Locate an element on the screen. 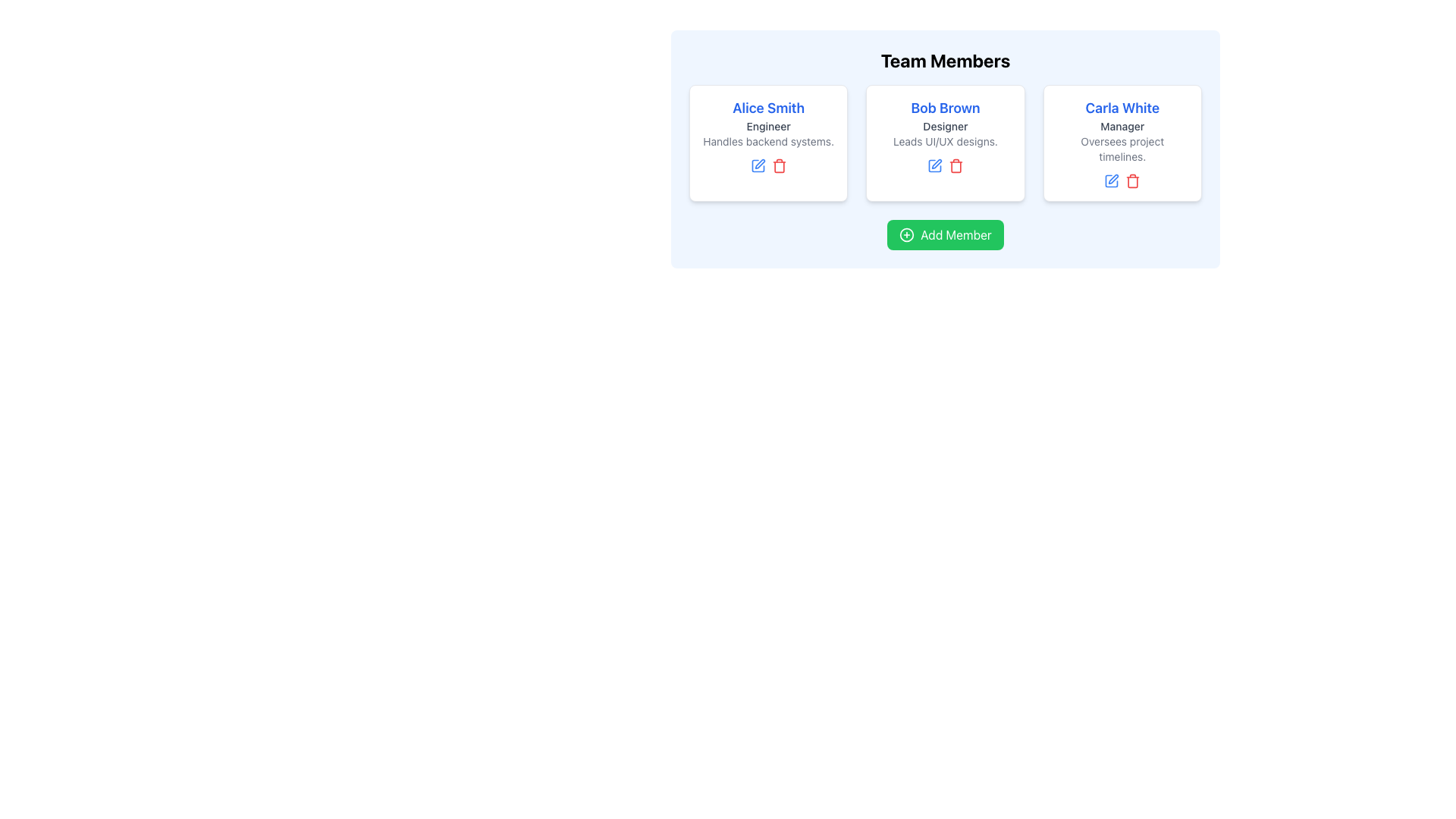  the sub-elements within the informational cards in the 'Team Members' section, specifically targeting the center of the grid layout containing the cards is located at coordinates (945, 143).